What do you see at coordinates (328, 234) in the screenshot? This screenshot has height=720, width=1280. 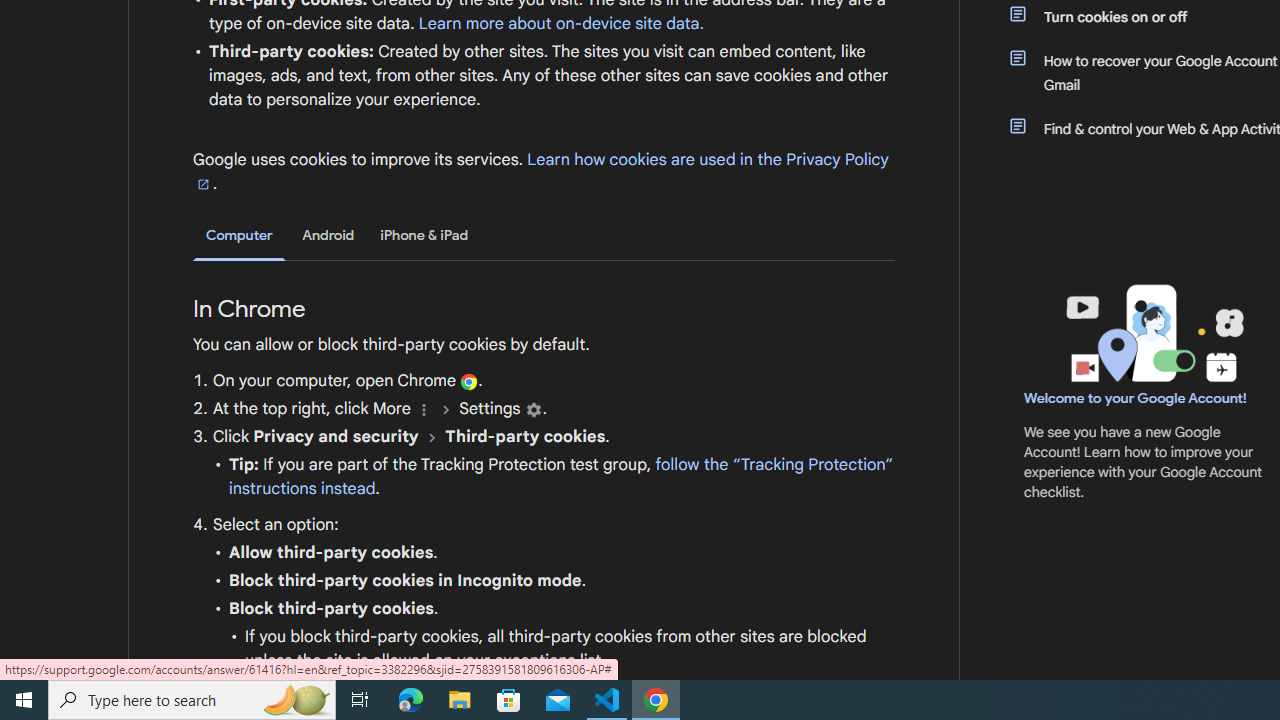 I see `'Android'` at bounding box center [328, 234].